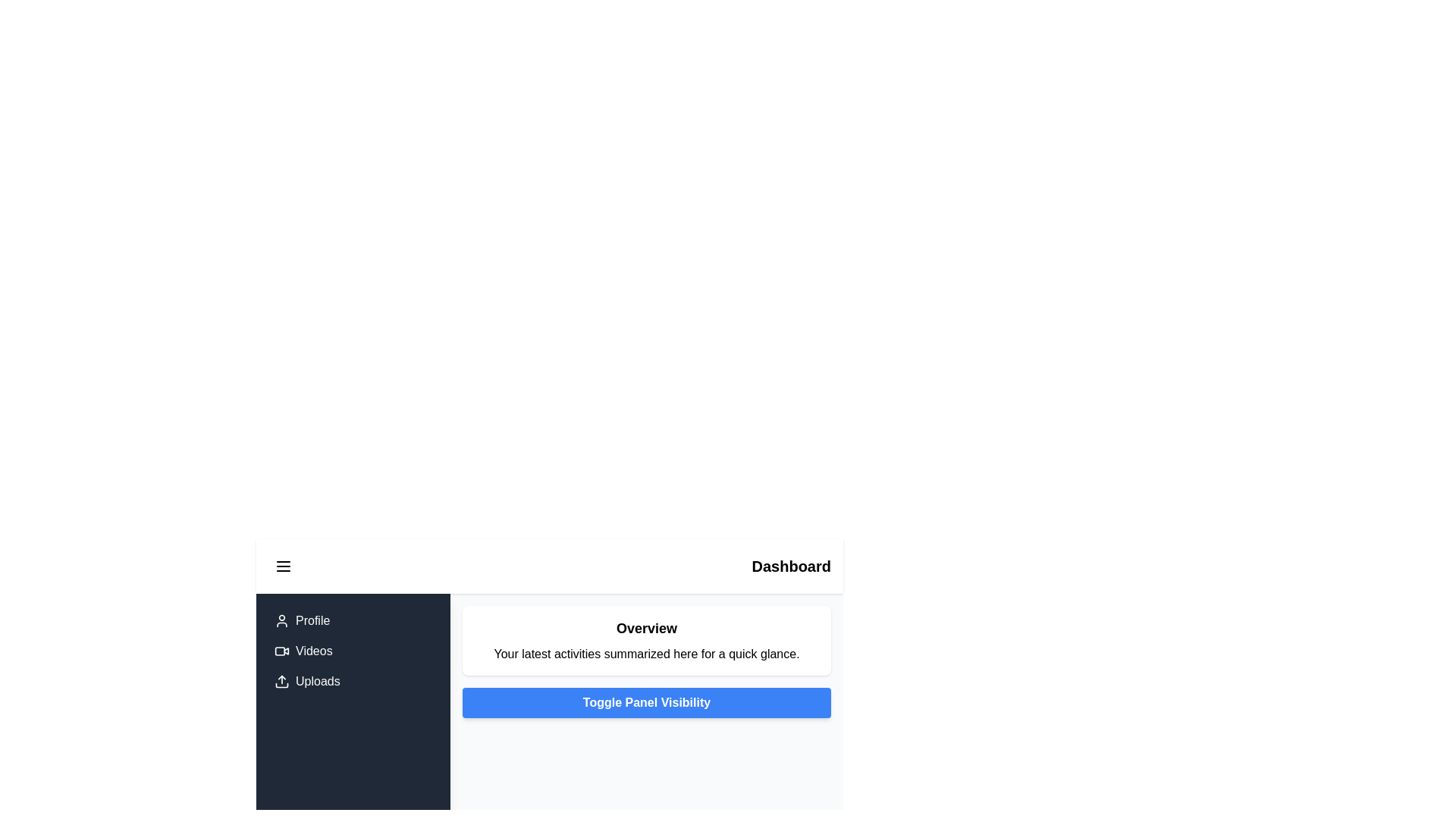 The image size is (1456, 819). I want to click on the video camera icon located in the left-side vertical navigation panel, specifically the second item below the 'Profile' icon, which represents video functionality, so click(282, 651).